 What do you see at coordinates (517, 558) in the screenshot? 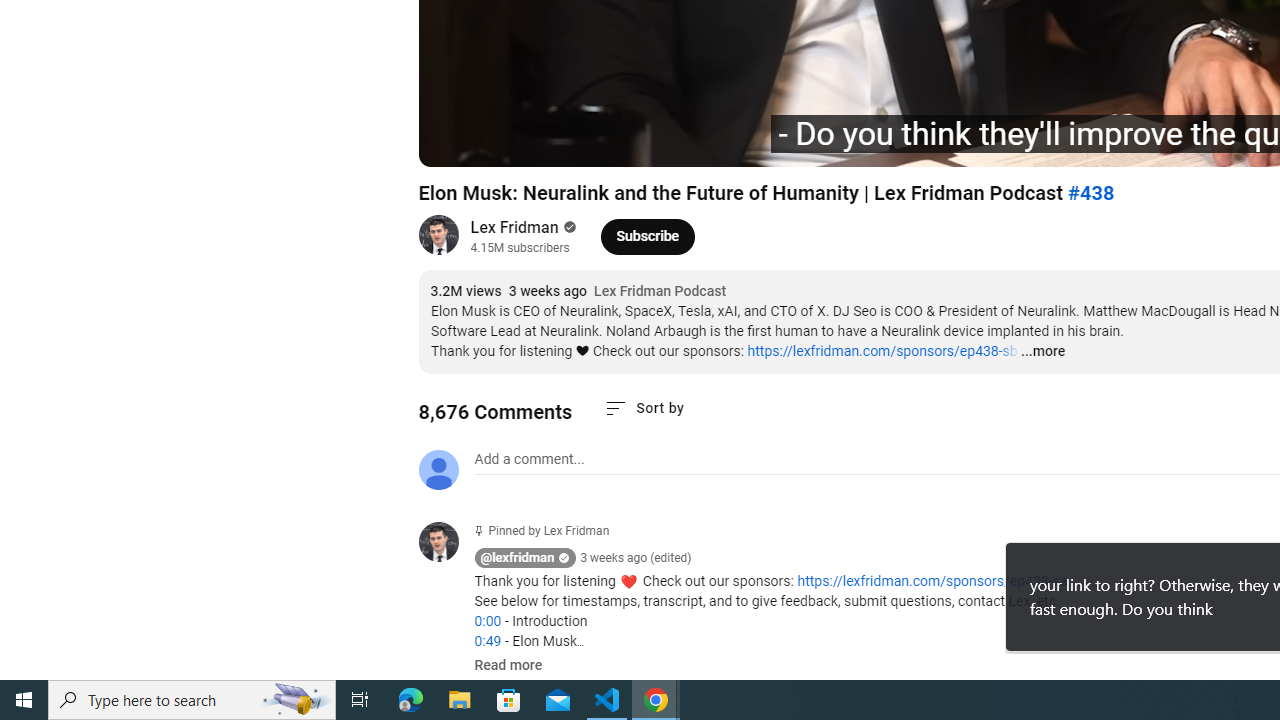
I see `'@lexfridman'` at bounding box center [517, 558].